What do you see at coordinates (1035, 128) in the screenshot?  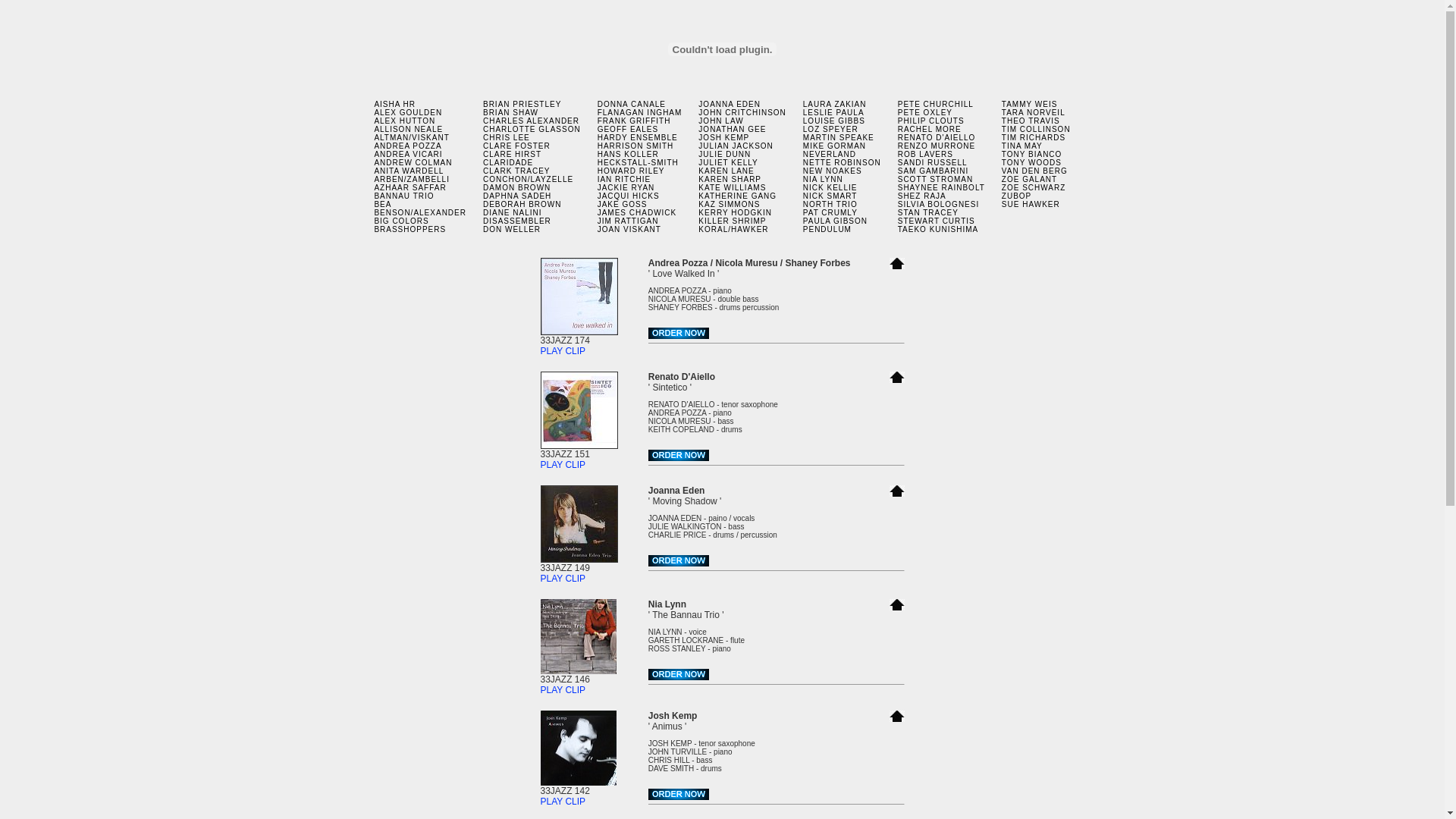 I see `'TIM COLLINSON'` at bounding box center [1035, 128].